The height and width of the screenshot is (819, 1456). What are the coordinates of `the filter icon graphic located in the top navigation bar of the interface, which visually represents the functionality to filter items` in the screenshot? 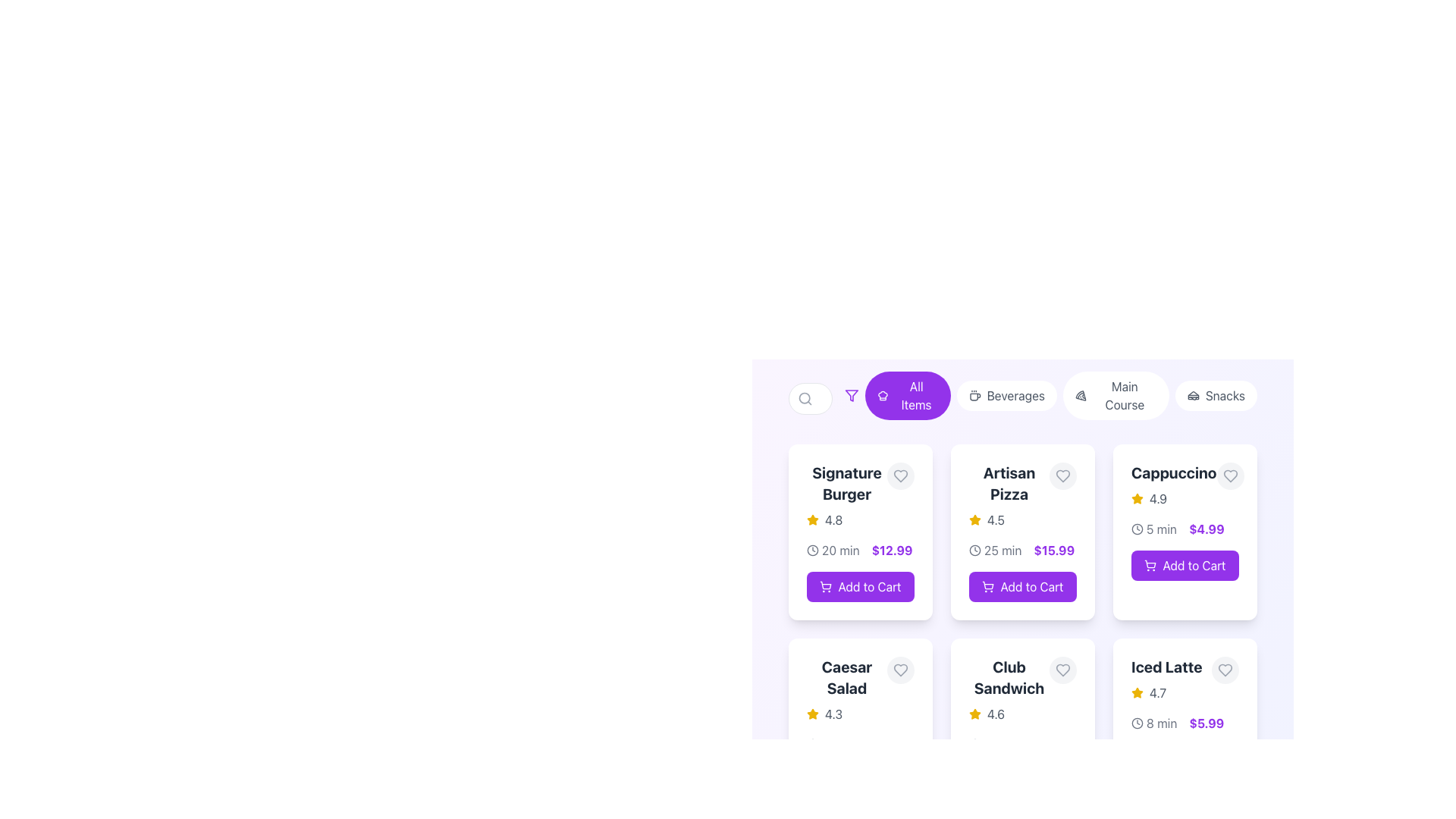 It's located at (852, 394).